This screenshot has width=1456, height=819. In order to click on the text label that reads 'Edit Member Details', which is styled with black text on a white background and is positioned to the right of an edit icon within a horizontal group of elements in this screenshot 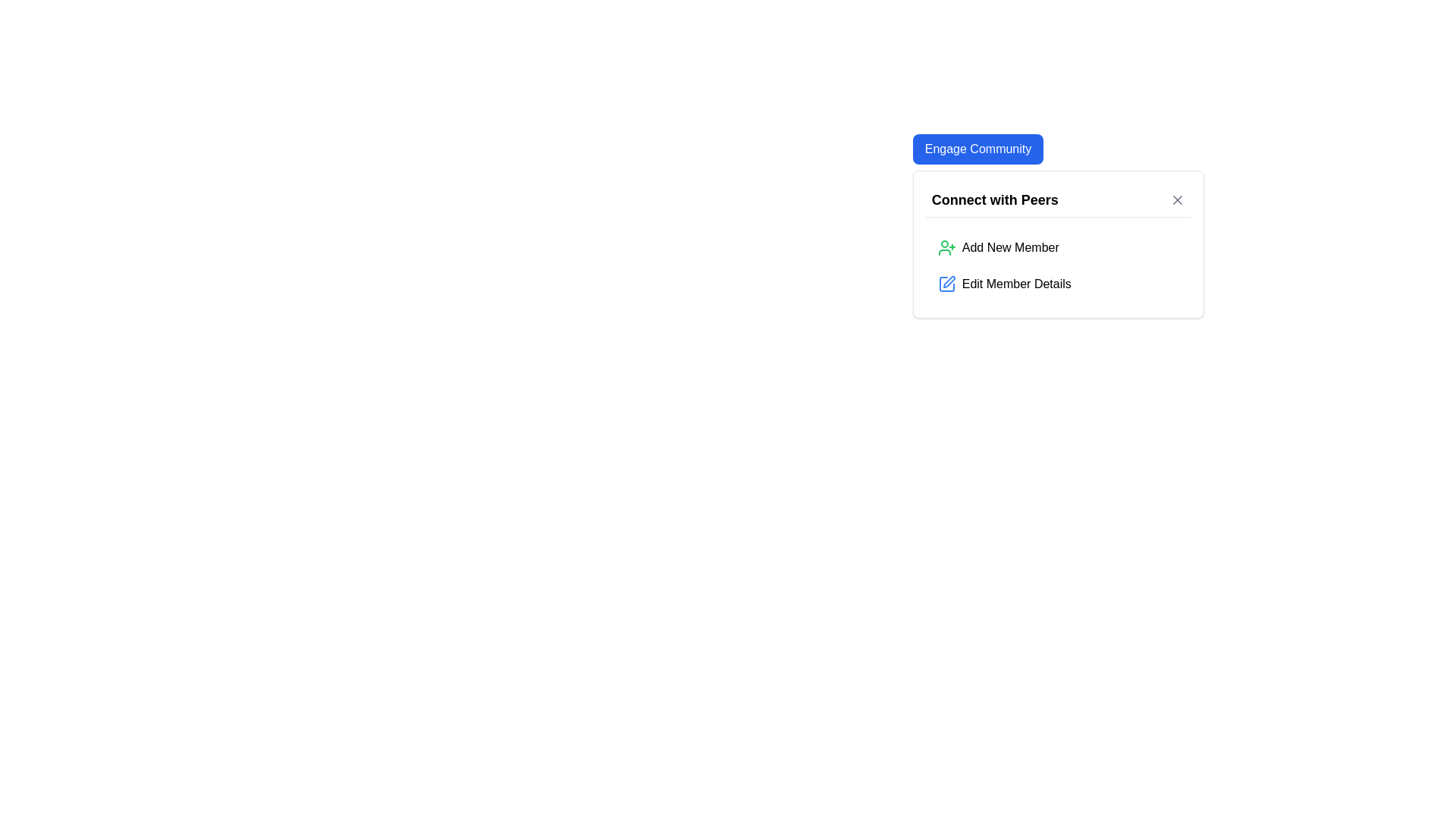, I will do `click(1016, 284)`.